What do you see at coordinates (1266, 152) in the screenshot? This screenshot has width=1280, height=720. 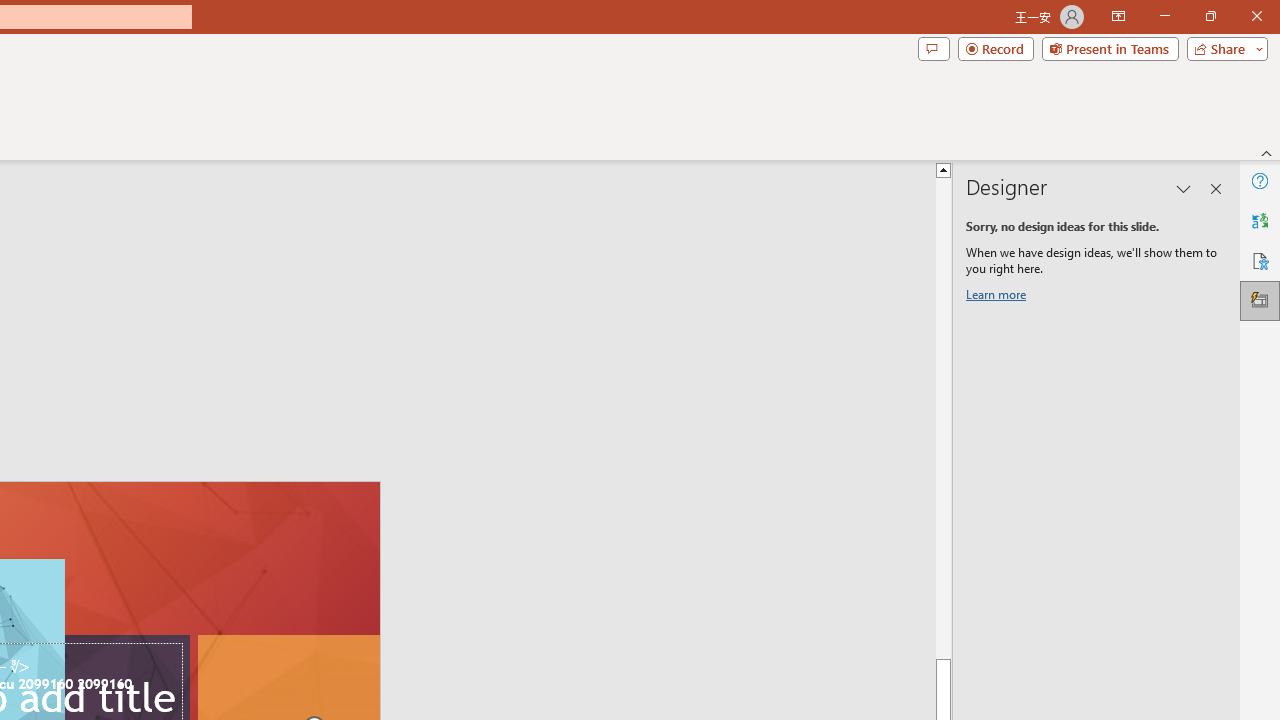 I see `'Collapse the Ribbon'` at bounding box center [1266, 152].